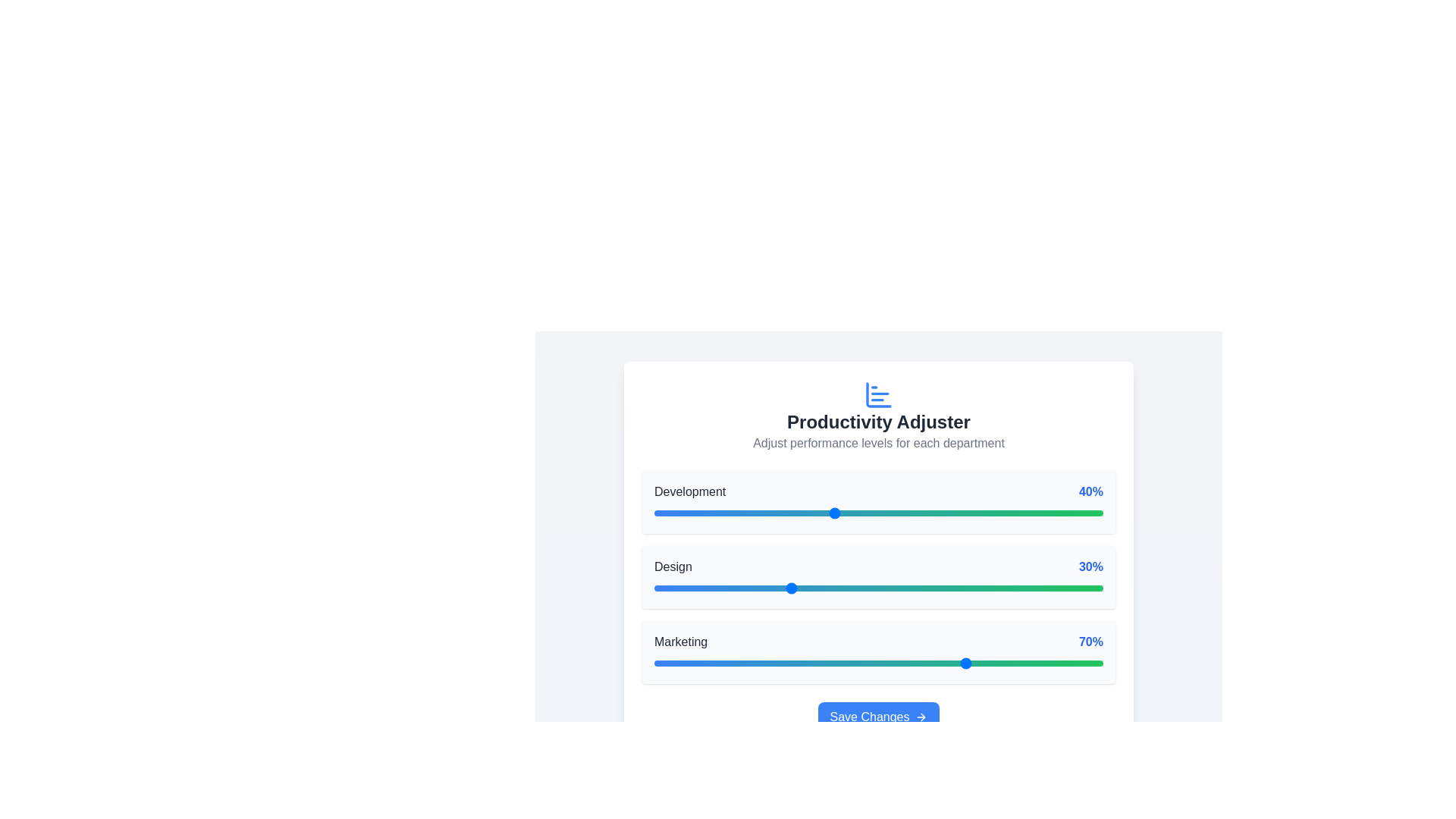  Describe the element at coordinates (1090, 642) in the screenshot. I see `the Text Label displaying '70%' in bold and blue font located at the top-right corner of the 'Marketing' section` at that location.